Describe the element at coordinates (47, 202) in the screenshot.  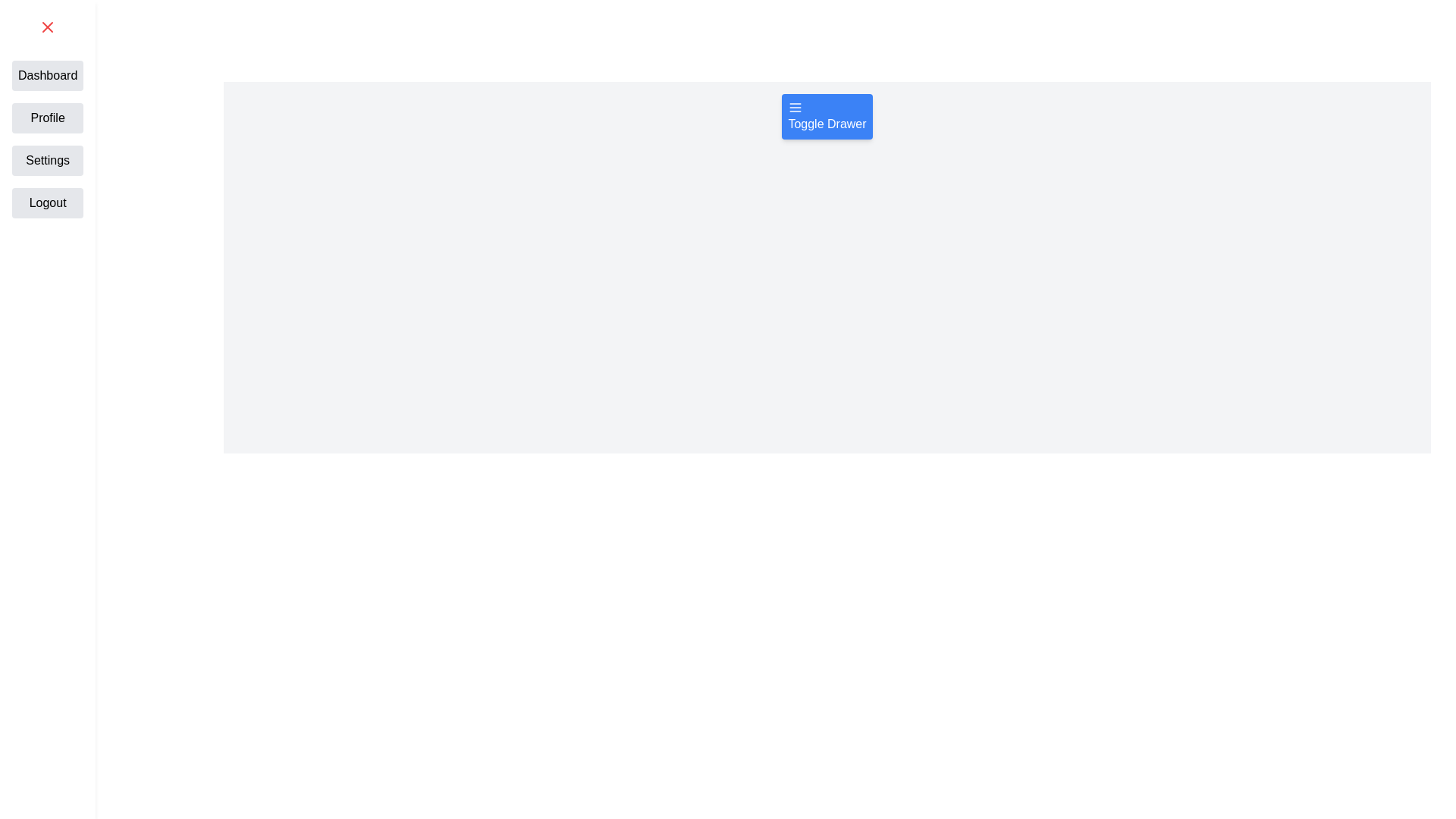
I see `the navigation item Logout from the drawer menu` at that location.